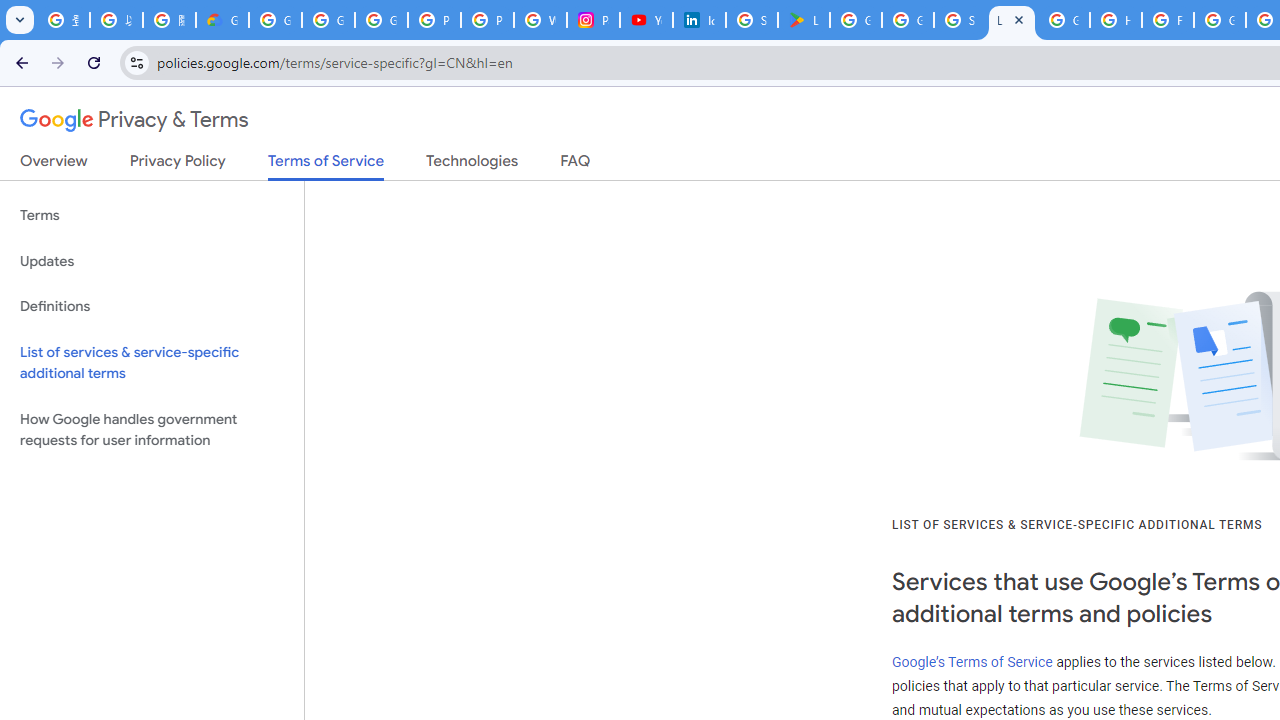 The width and height of the screenshot is (1280, 720). What do you see at coordinates (751, 20) in the screenshot?
I see `'Sign in - Google Accounts'` at bounding box center [751, 20].